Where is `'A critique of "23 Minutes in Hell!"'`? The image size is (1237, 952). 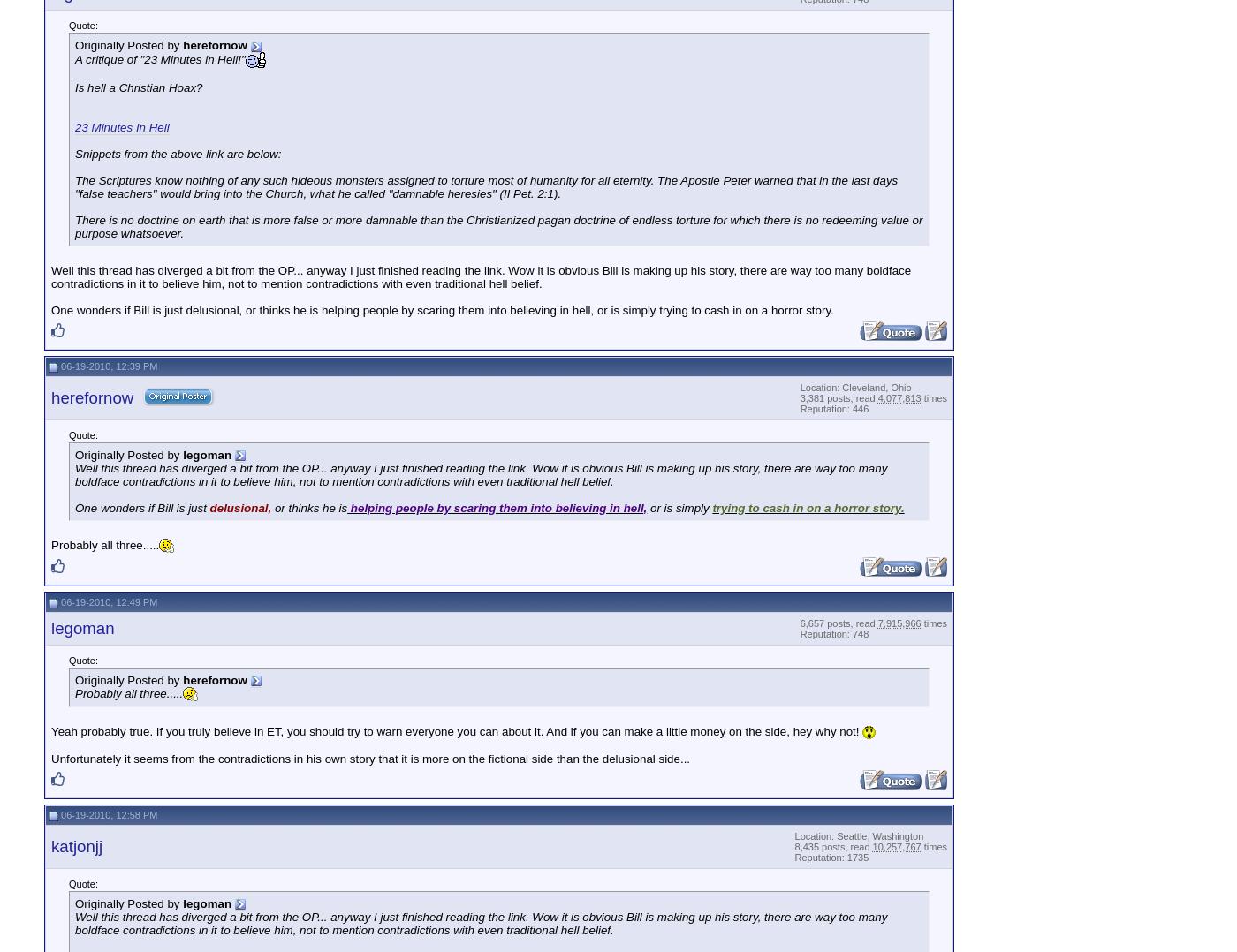 'A critique of "23 Minutes in Hell!"' is located at coordinates (160, 58).